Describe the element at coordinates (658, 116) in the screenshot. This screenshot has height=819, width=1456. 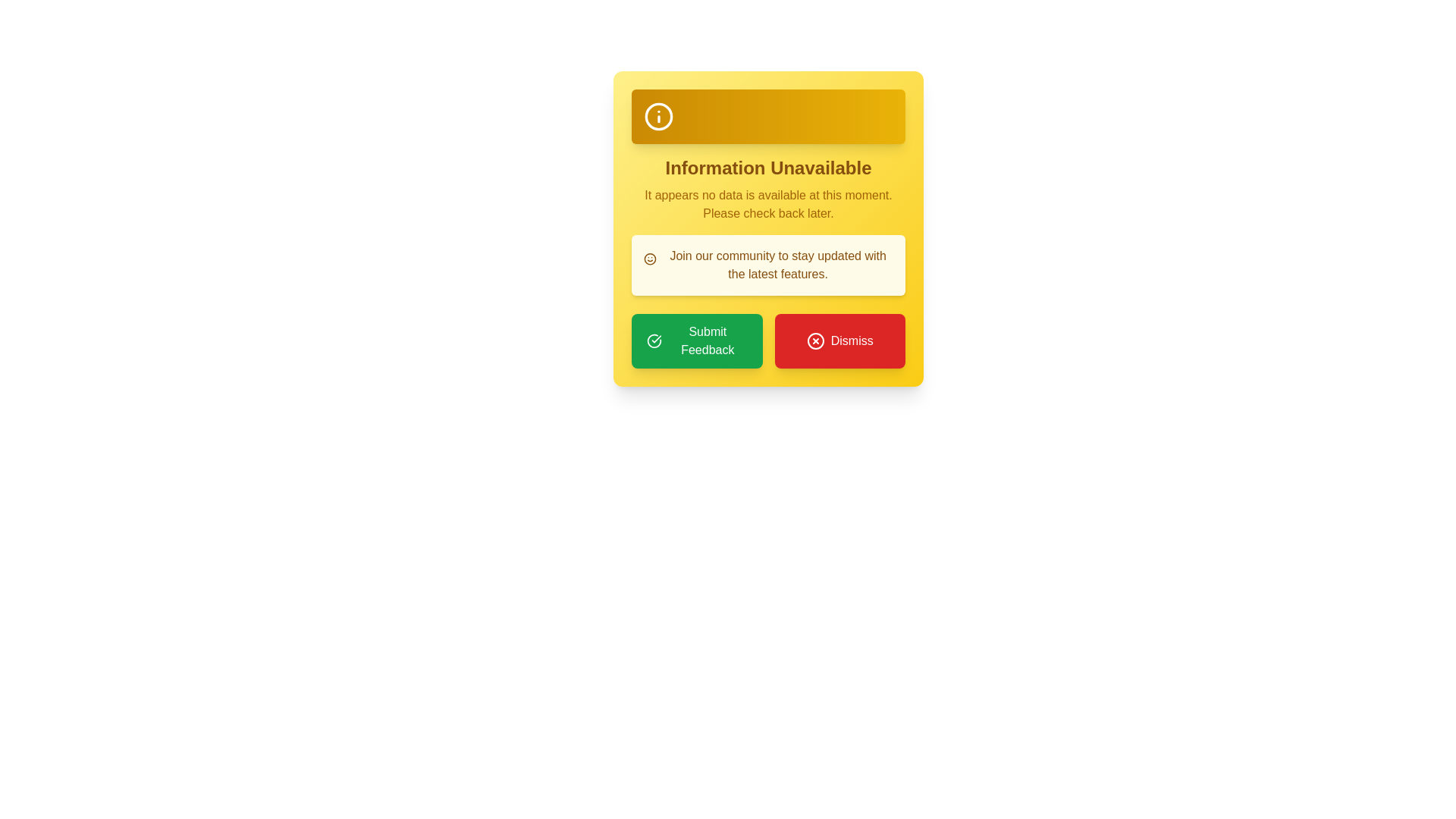
I see `the circular graphic icon within the yellow notification box located at the top-left corner, which represents an information or alert symbol` at that location.